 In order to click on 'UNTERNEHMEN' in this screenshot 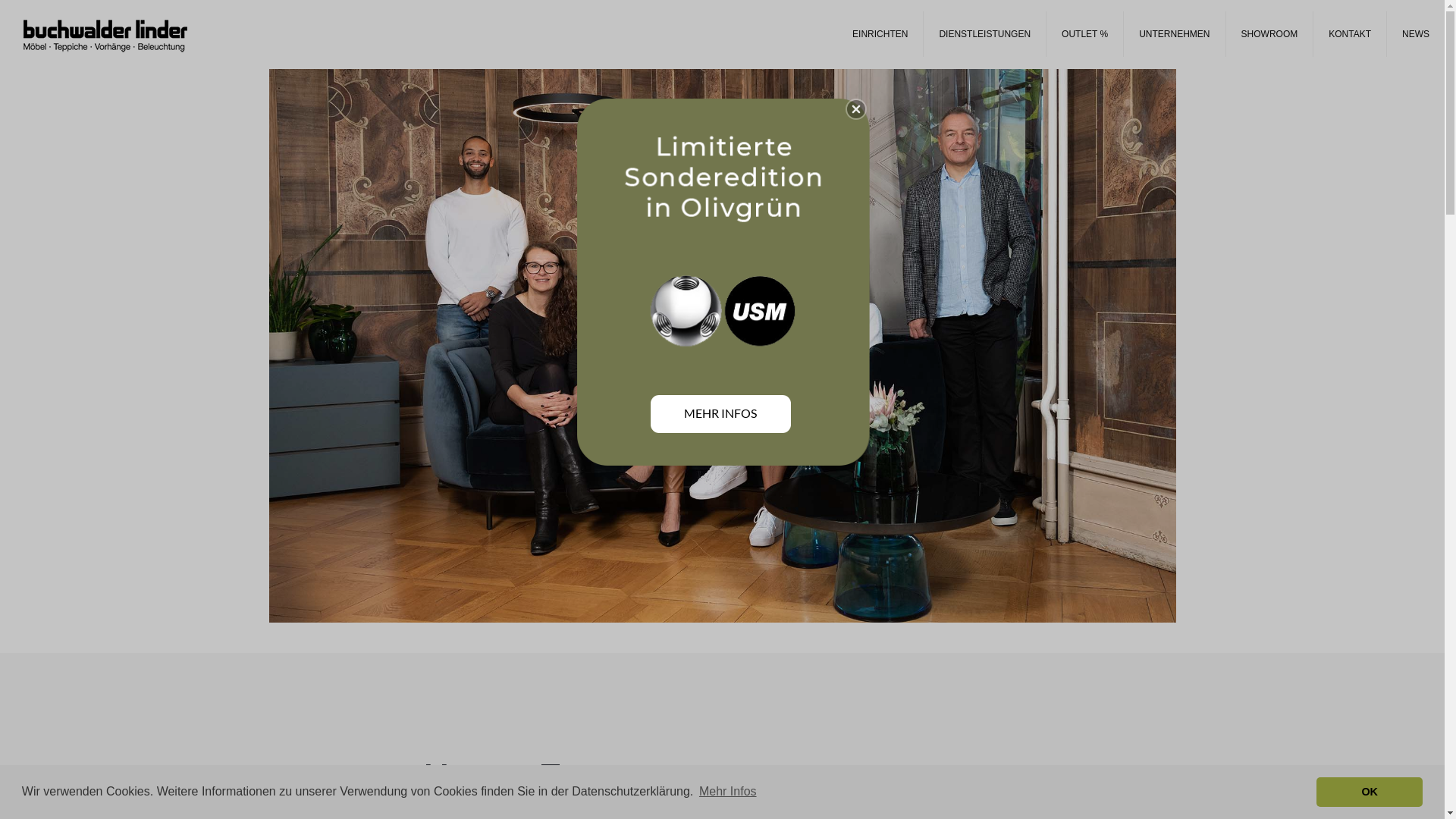, I will do `click(1124, 34)`.